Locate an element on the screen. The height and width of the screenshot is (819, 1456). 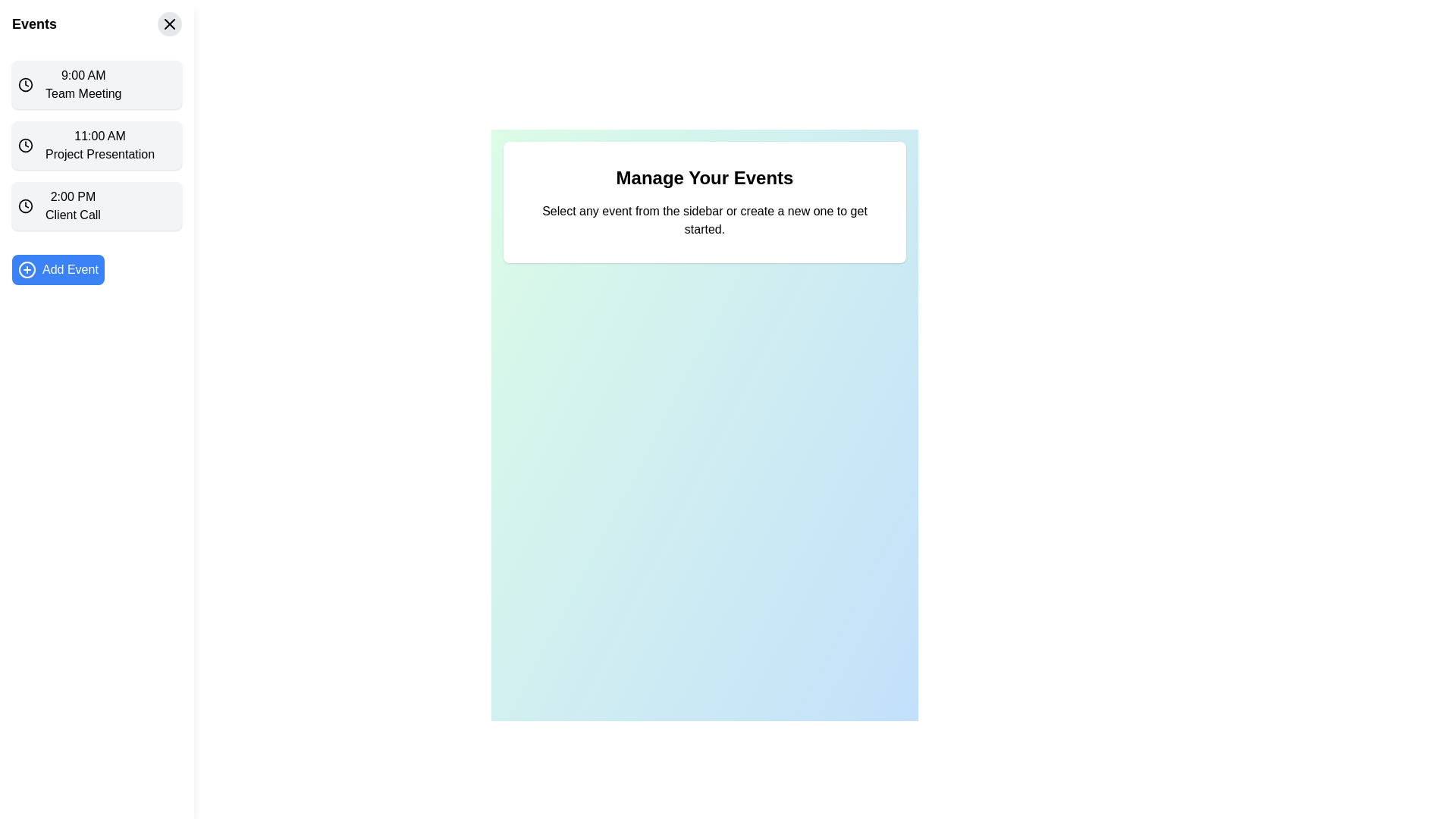
the small clock icon located at the top-left corner of the sidebar, next to the '11:00 AM' text for the '11:00 AM Project Presentation' event is located at coordinates (25, 146).